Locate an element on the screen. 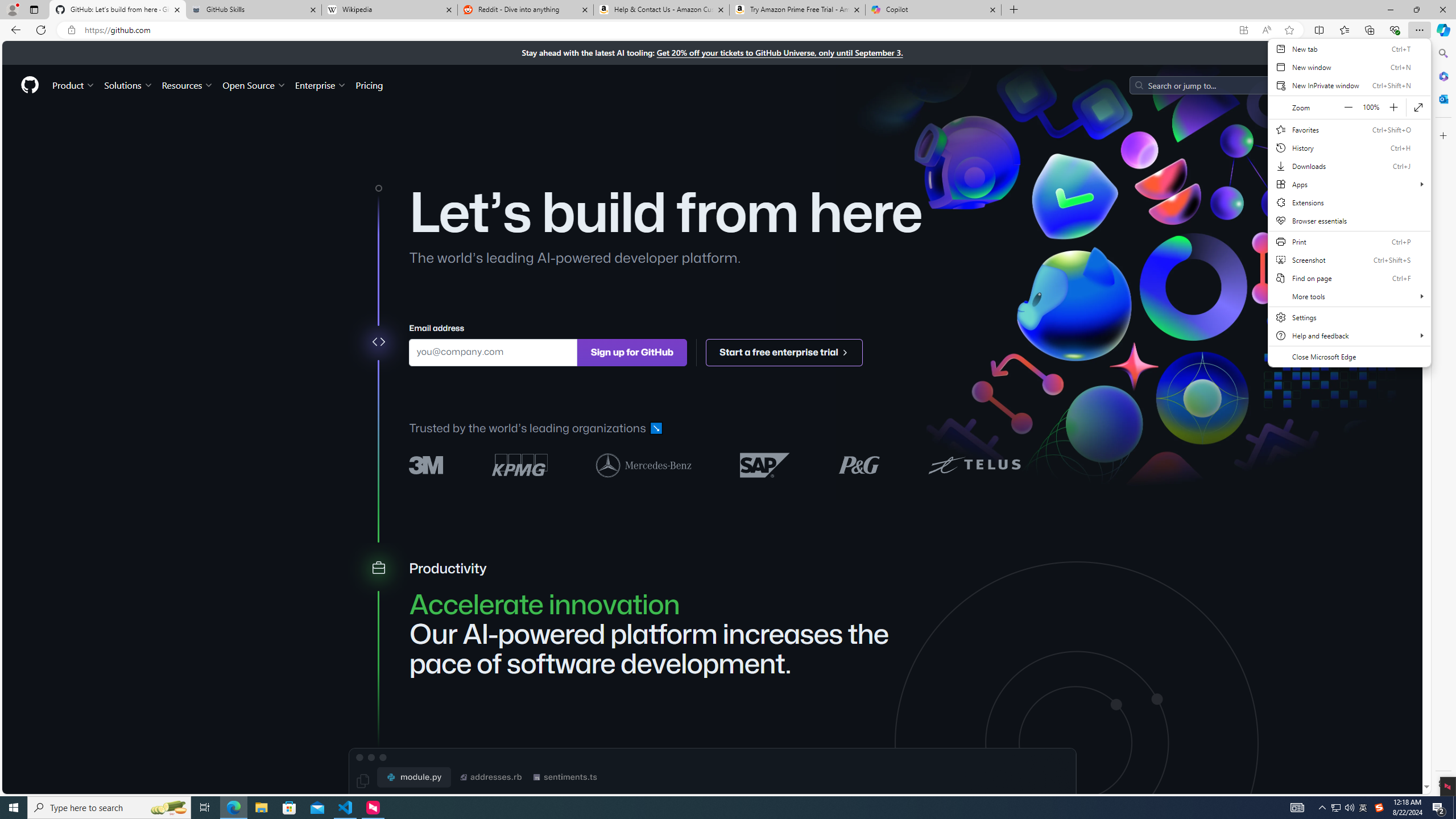 The height and width of the screenshot is (819, 1456). 'App available. Install GitHub' is located at coordinates (1243, 30).